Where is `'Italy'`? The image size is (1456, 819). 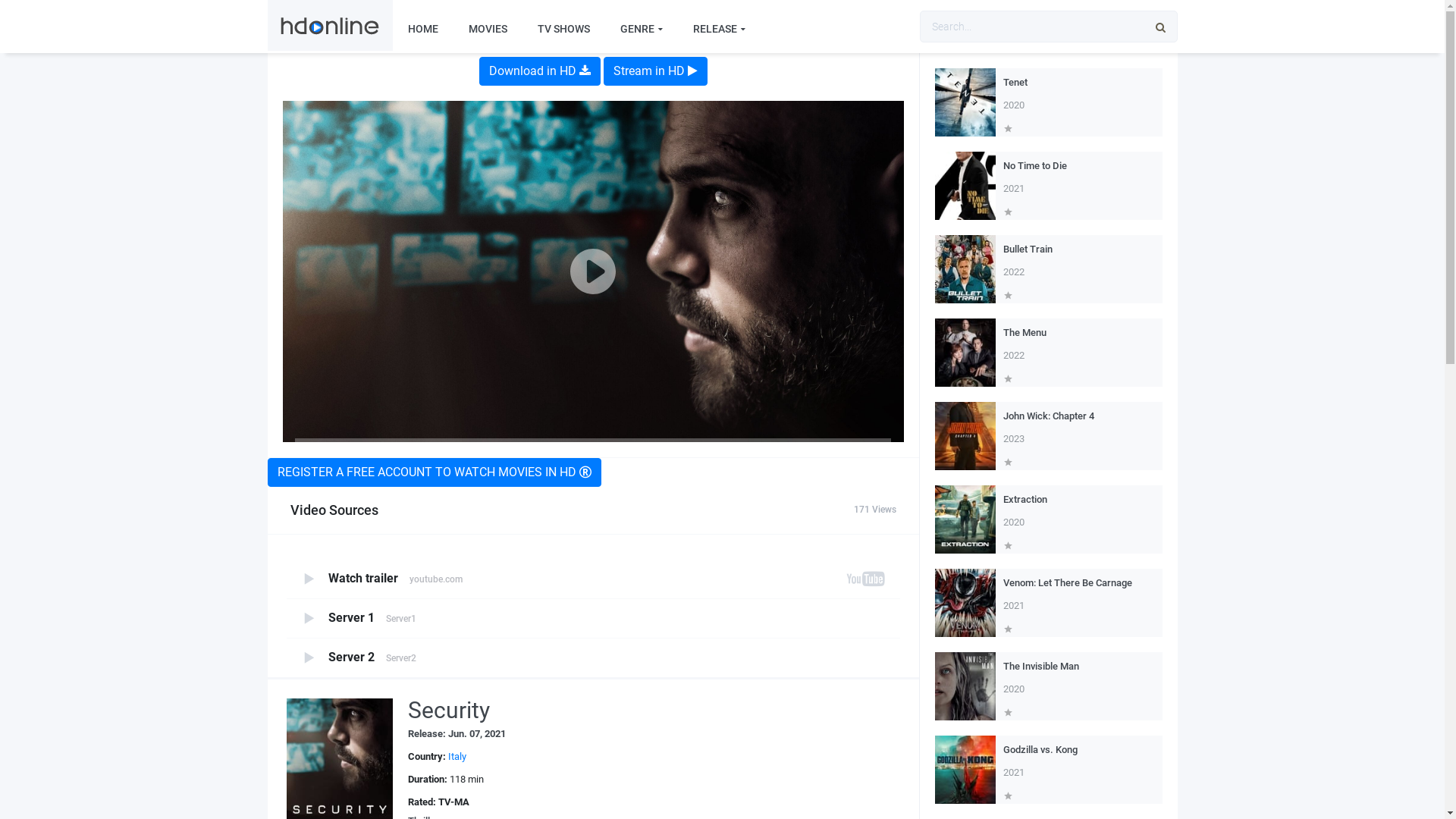 'Italy' is located at coordinates (455, 756).